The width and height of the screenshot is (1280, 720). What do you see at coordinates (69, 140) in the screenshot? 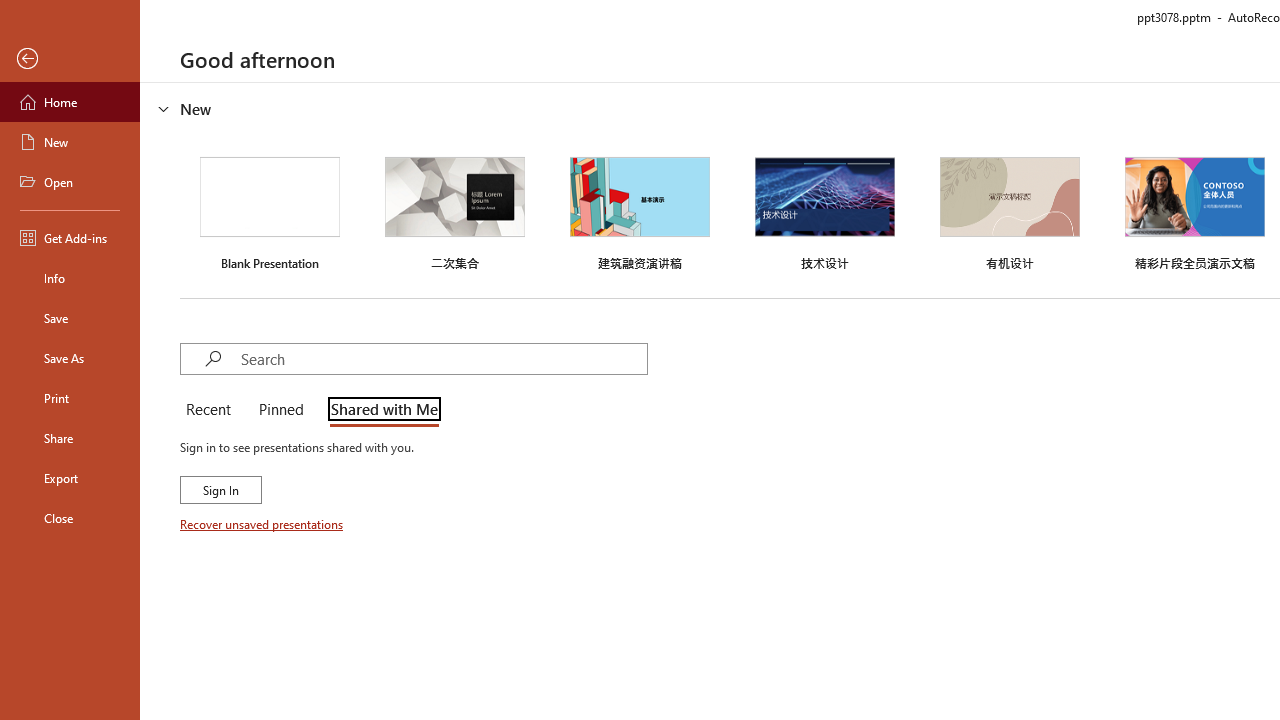
I see `'New'` at bounding box center [69, 140].